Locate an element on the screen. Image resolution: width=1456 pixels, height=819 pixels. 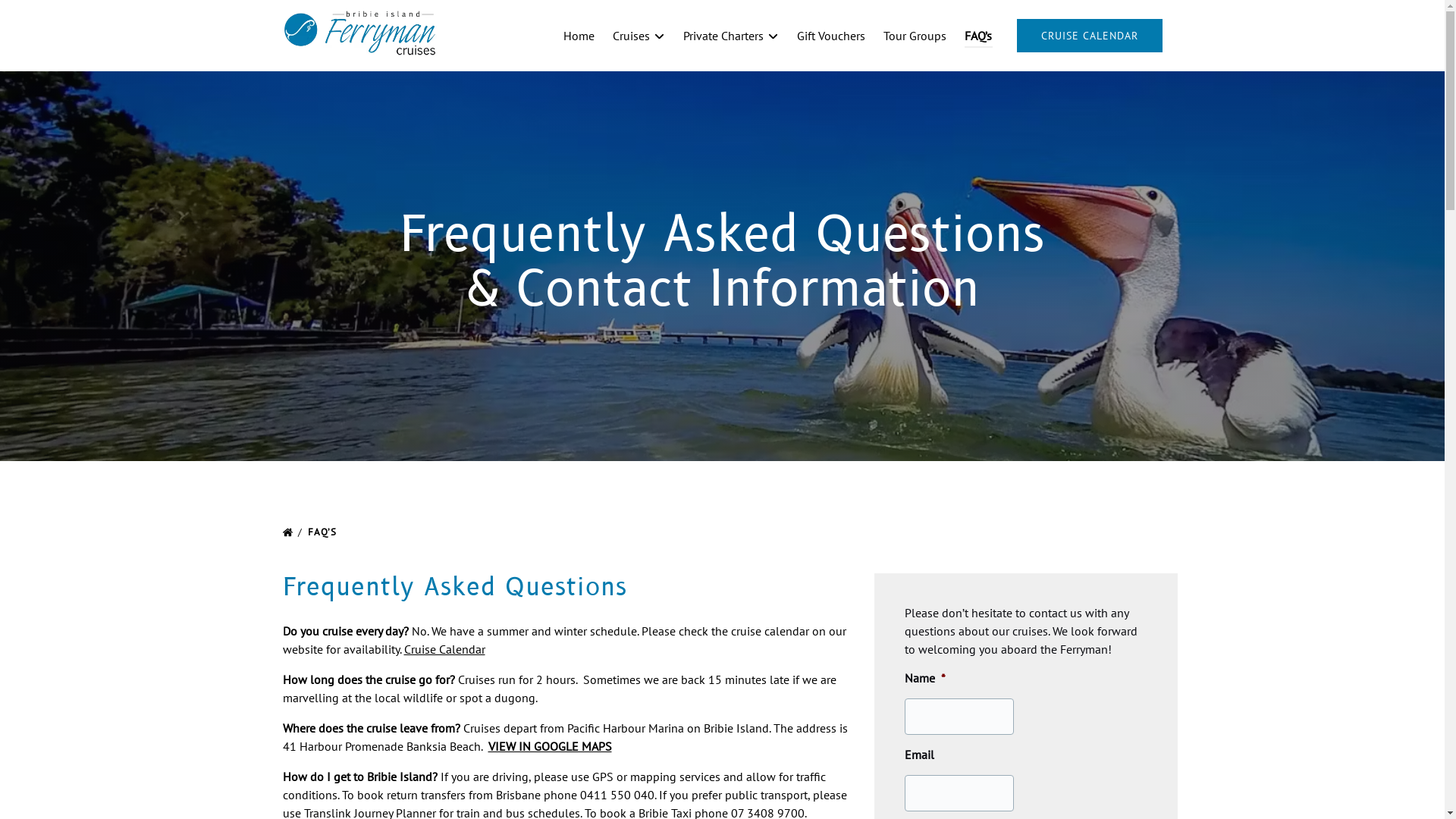
'CRUISE CALENDAR' is located at coordinates (1087, 34).